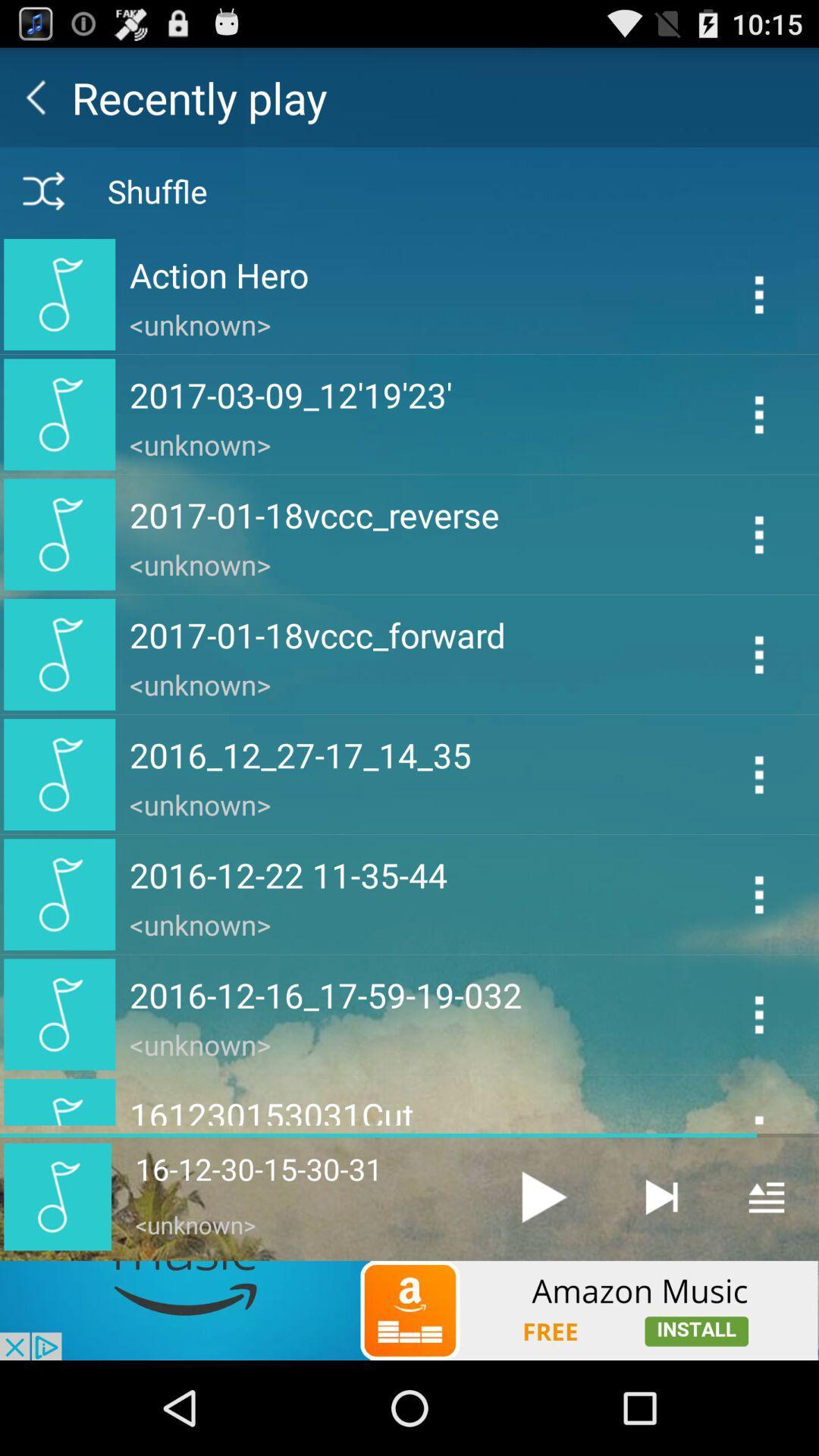  What do you see at coordinates (35, 103) in the screenshot?
I see `the arrow_backward icon` at bounding box center [35, 103].